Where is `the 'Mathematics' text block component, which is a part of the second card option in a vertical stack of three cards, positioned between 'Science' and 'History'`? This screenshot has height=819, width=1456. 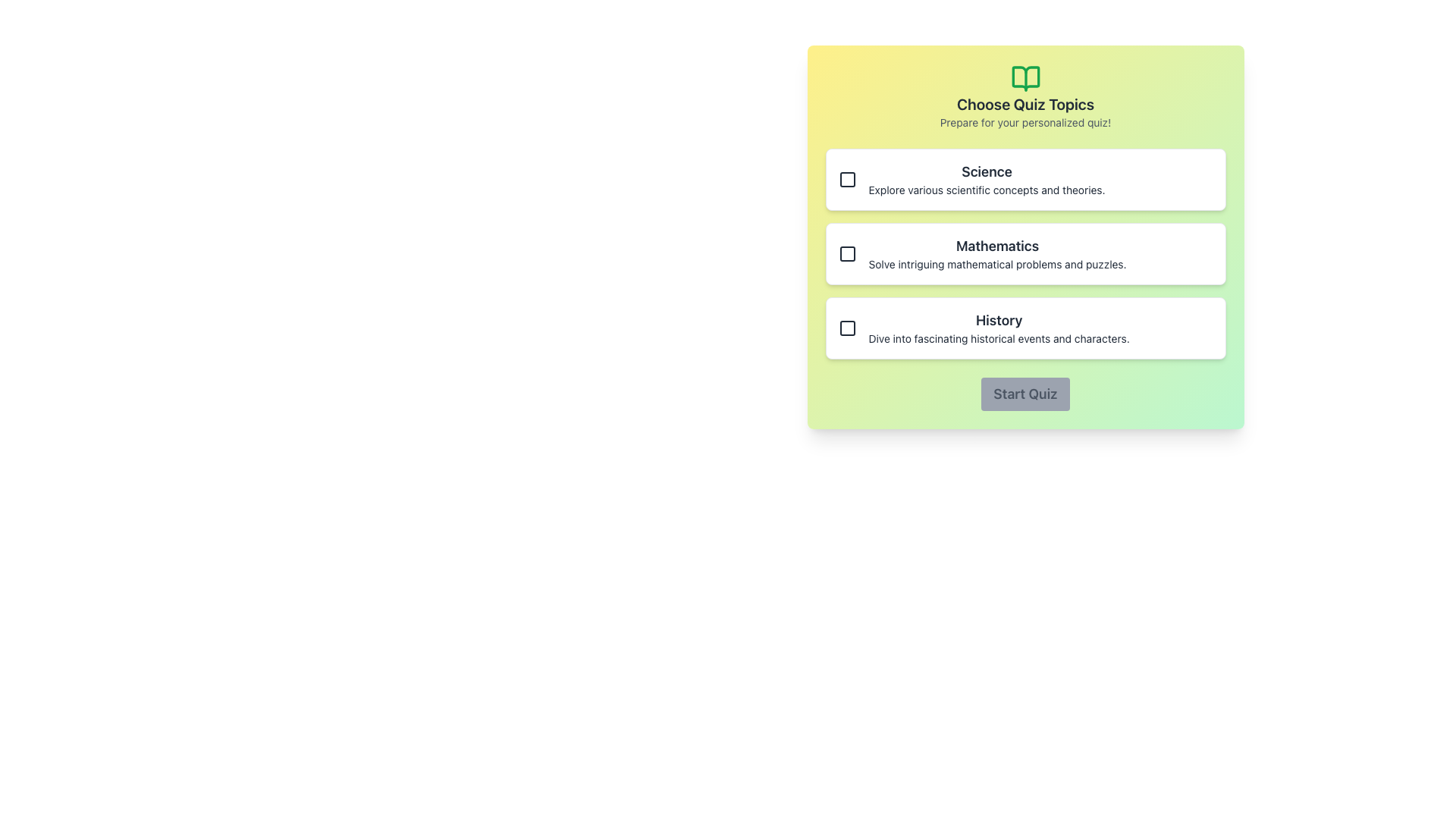 the 'Mathematics' text block component, which is a part of the second card option in a vertical stack of three cards, positioned between 'Science' and 'History' is located at coordinates (997, 253).